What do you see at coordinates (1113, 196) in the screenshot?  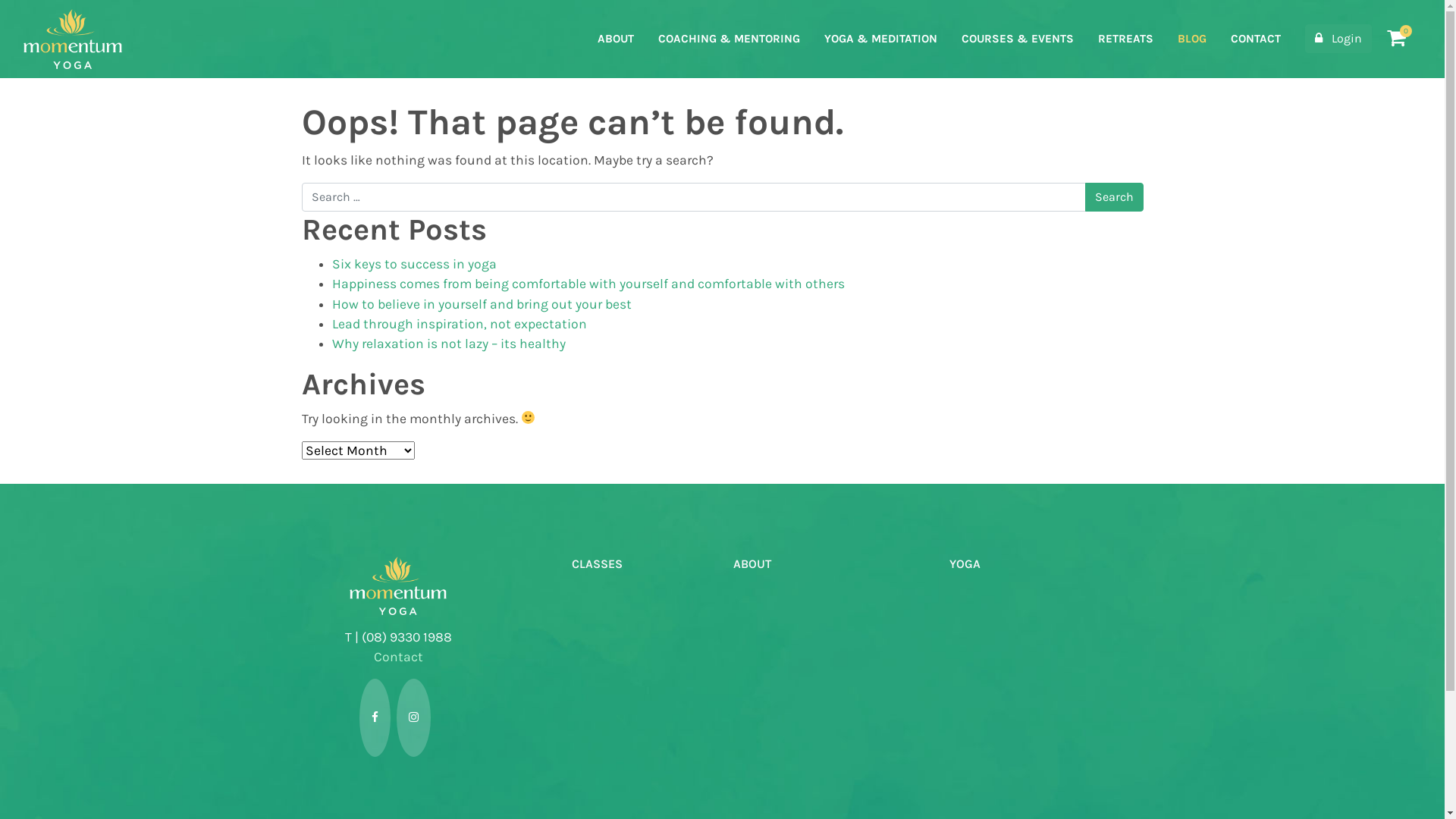 I see `'Search'` at bounding box center [1113, 196].